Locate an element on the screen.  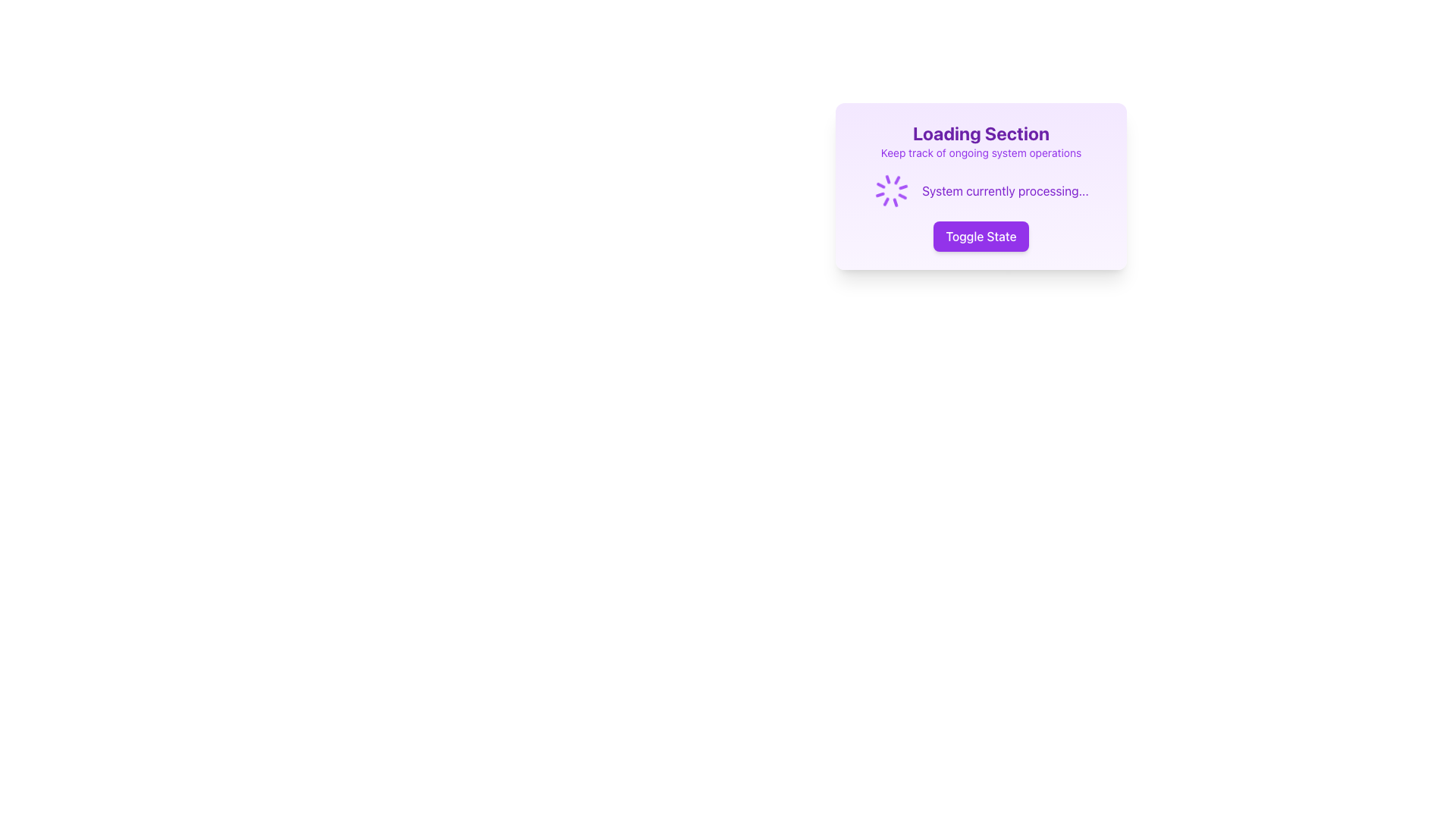
the text label that reads 'System currently processing...' is located at coordinates (981, 190).